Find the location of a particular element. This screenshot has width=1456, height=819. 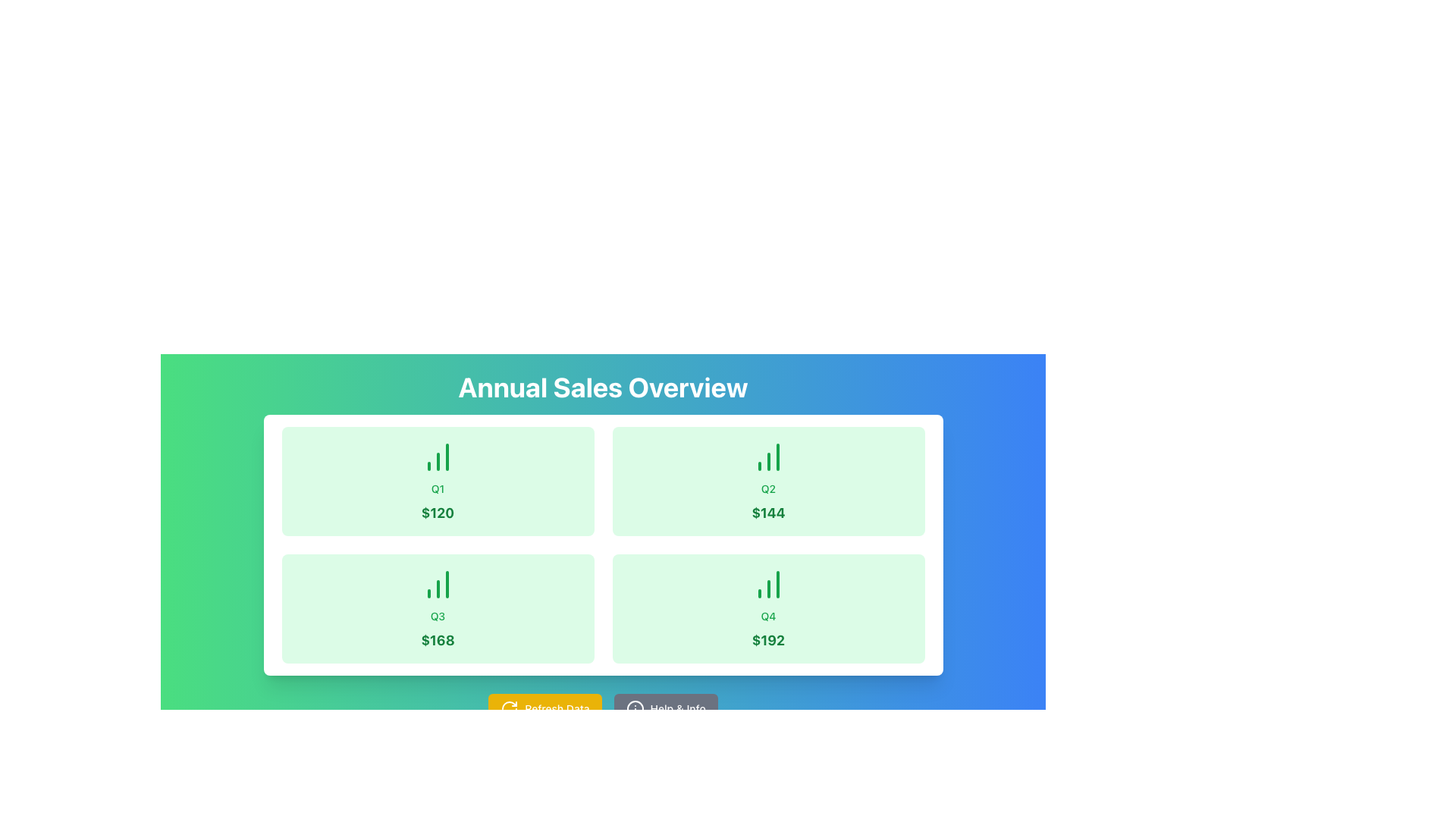

the green-colored bar chart icon representing data for Q4, located centrally at the top of the green-tinted card with the text '$192' is located at coordinates (768, 584).